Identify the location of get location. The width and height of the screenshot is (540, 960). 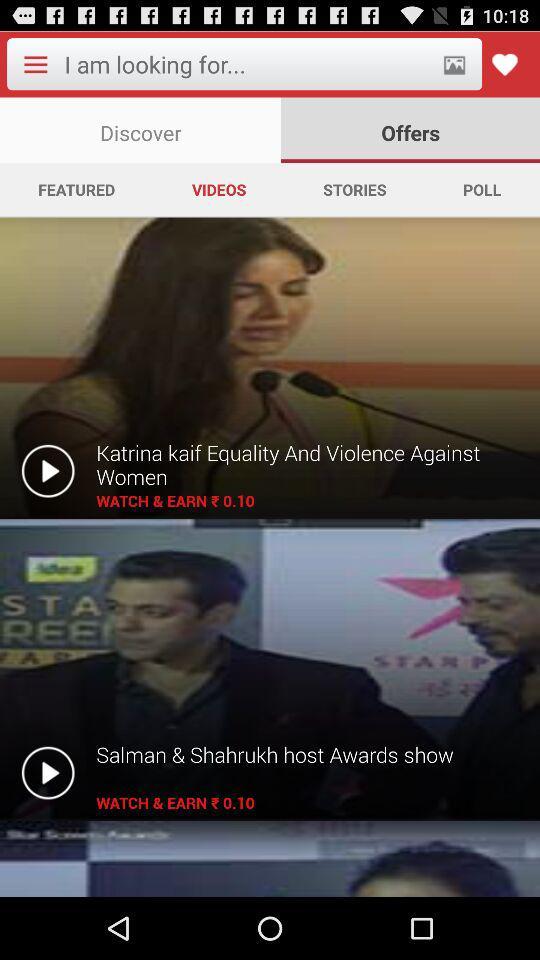
(454, 64).